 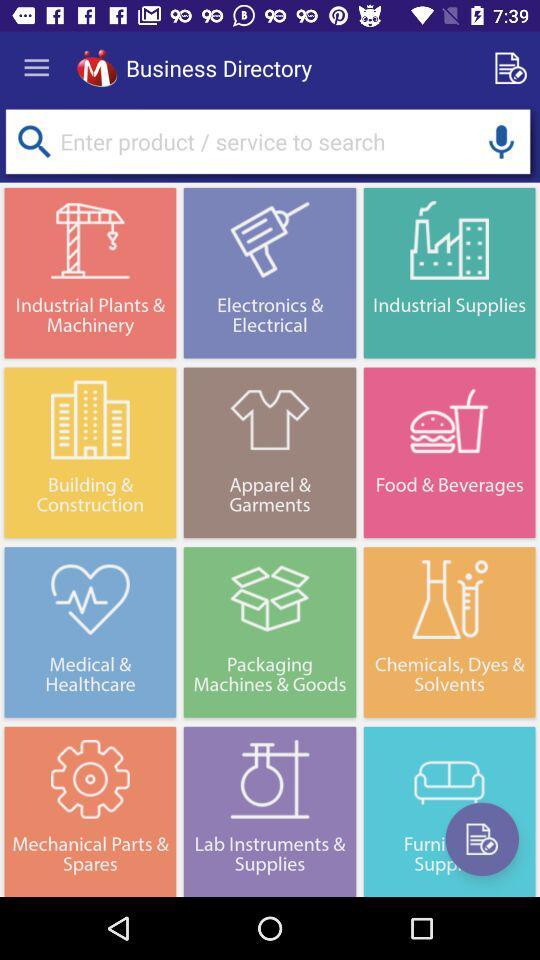 I want to click on the item to the left of business directory app, so click(x=96, y=68).